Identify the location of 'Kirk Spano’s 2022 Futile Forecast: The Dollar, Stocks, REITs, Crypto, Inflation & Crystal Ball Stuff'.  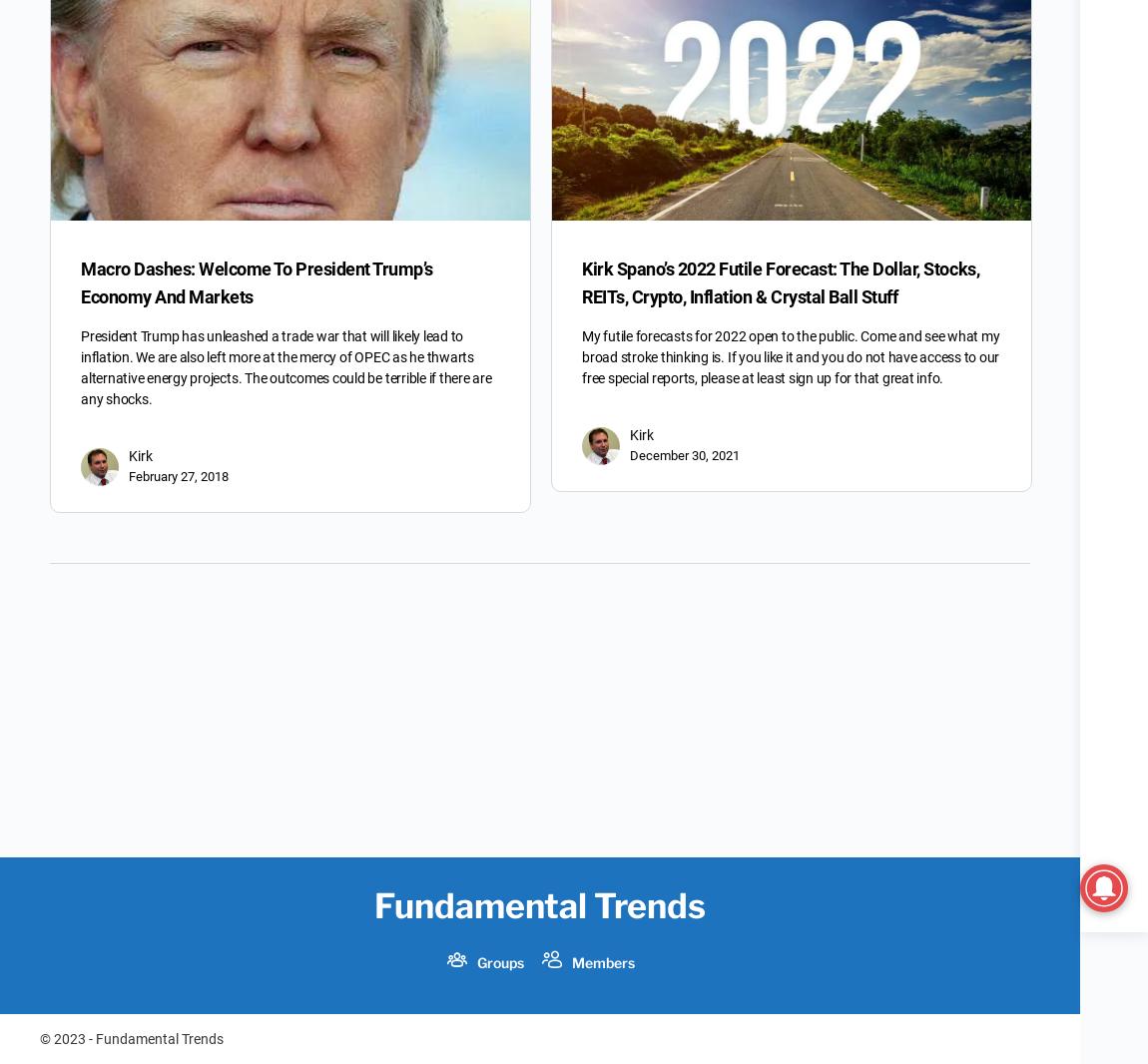
(780, 282).